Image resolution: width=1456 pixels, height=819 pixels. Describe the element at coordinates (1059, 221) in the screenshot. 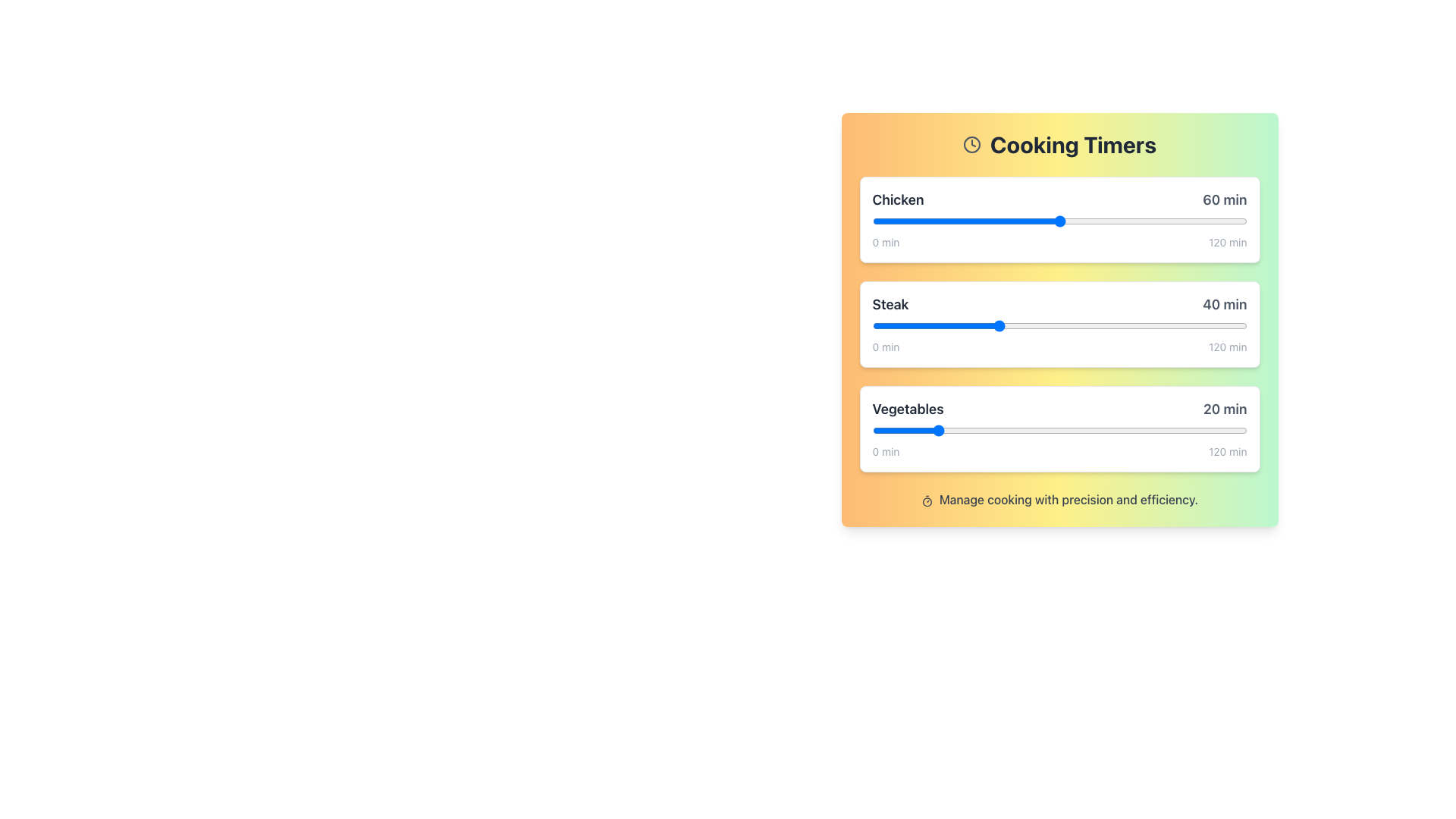

I see `the cooking timer for the chicken` at that location.